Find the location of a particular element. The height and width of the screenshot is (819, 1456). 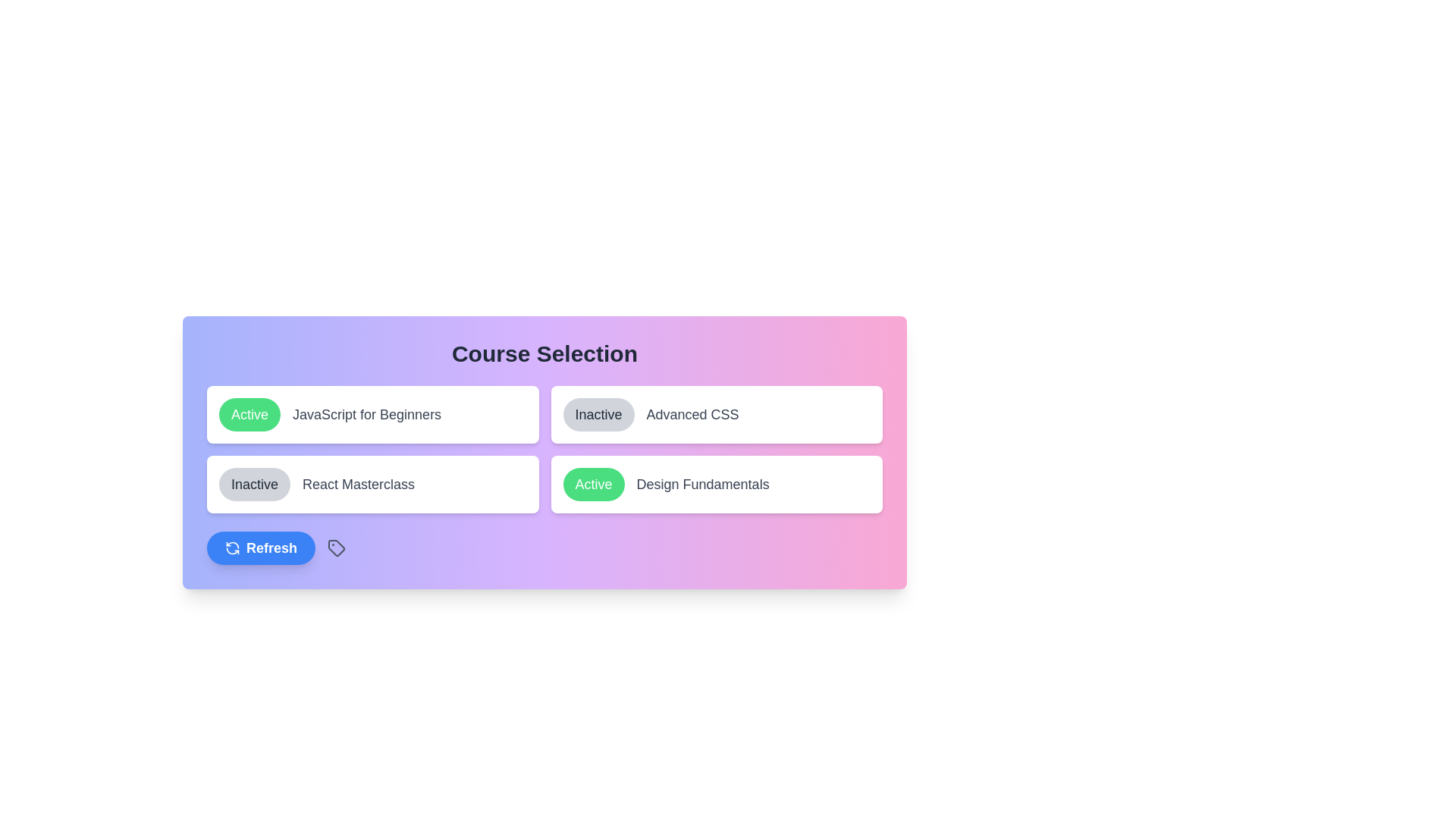

the text label for the course titled 'Design Fundamentals', which is horizontally aligned to the right of the green 'Active' badge within the course selection card is located at coordinates (702, 485).